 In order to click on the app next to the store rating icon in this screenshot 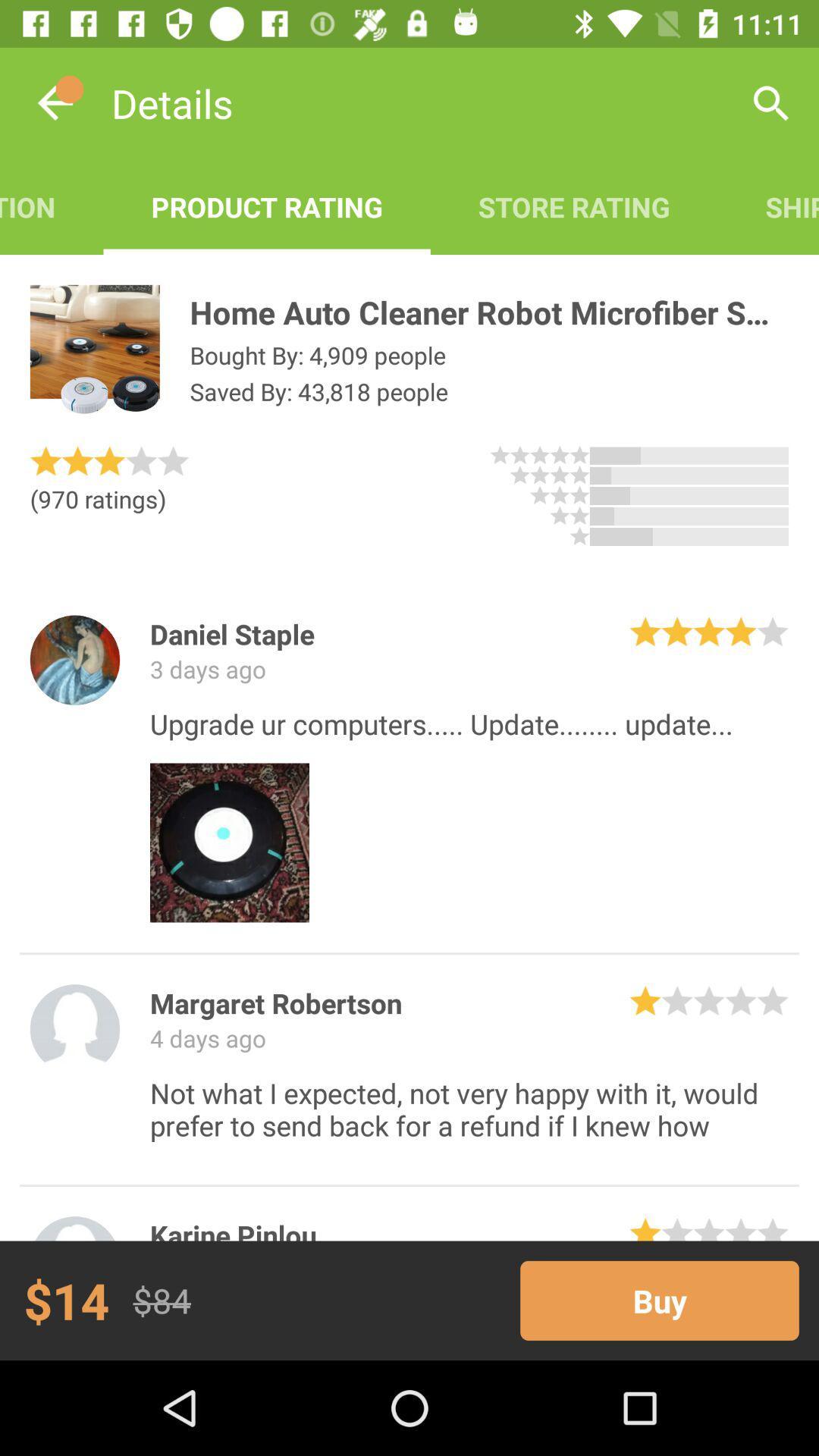, I will do `click(771, 102)`.